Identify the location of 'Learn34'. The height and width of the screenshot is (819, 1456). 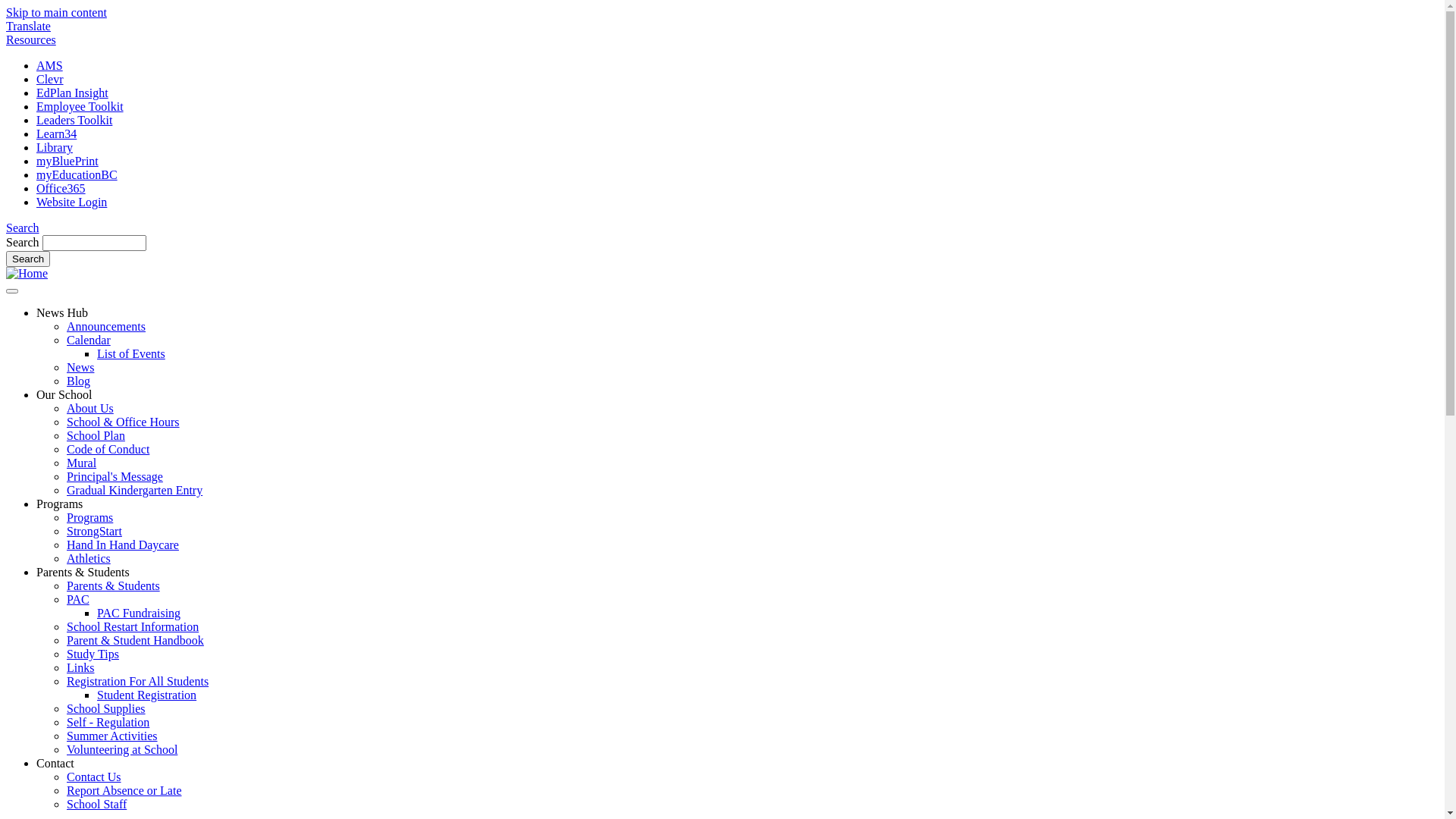
(56, 133).